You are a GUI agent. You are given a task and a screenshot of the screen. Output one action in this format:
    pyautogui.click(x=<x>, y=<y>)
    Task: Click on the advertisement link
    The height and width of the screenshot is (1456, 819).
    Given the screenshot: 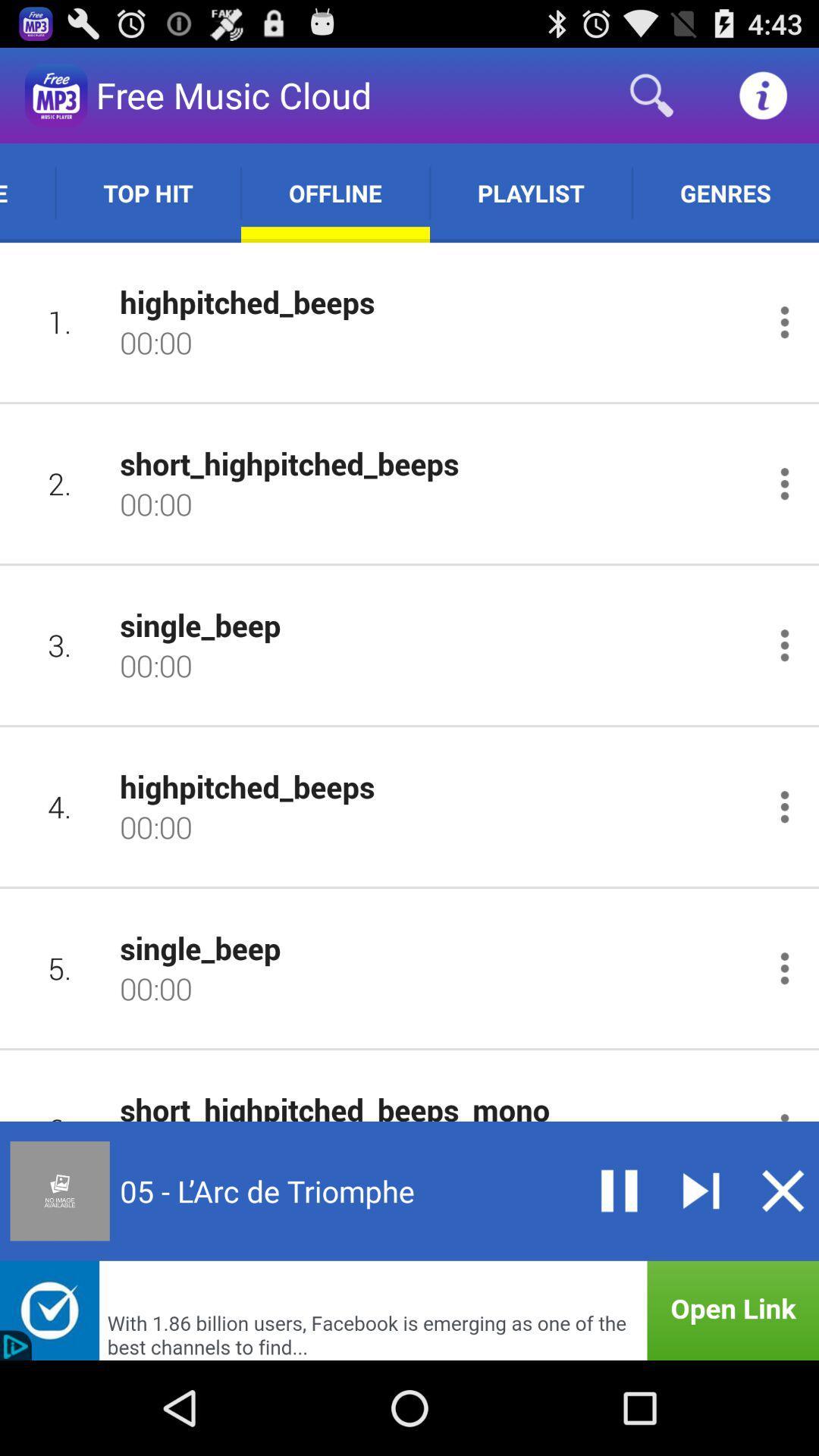 What is the action you would take?
    pyautogui.click(x=409, y=1310)
    